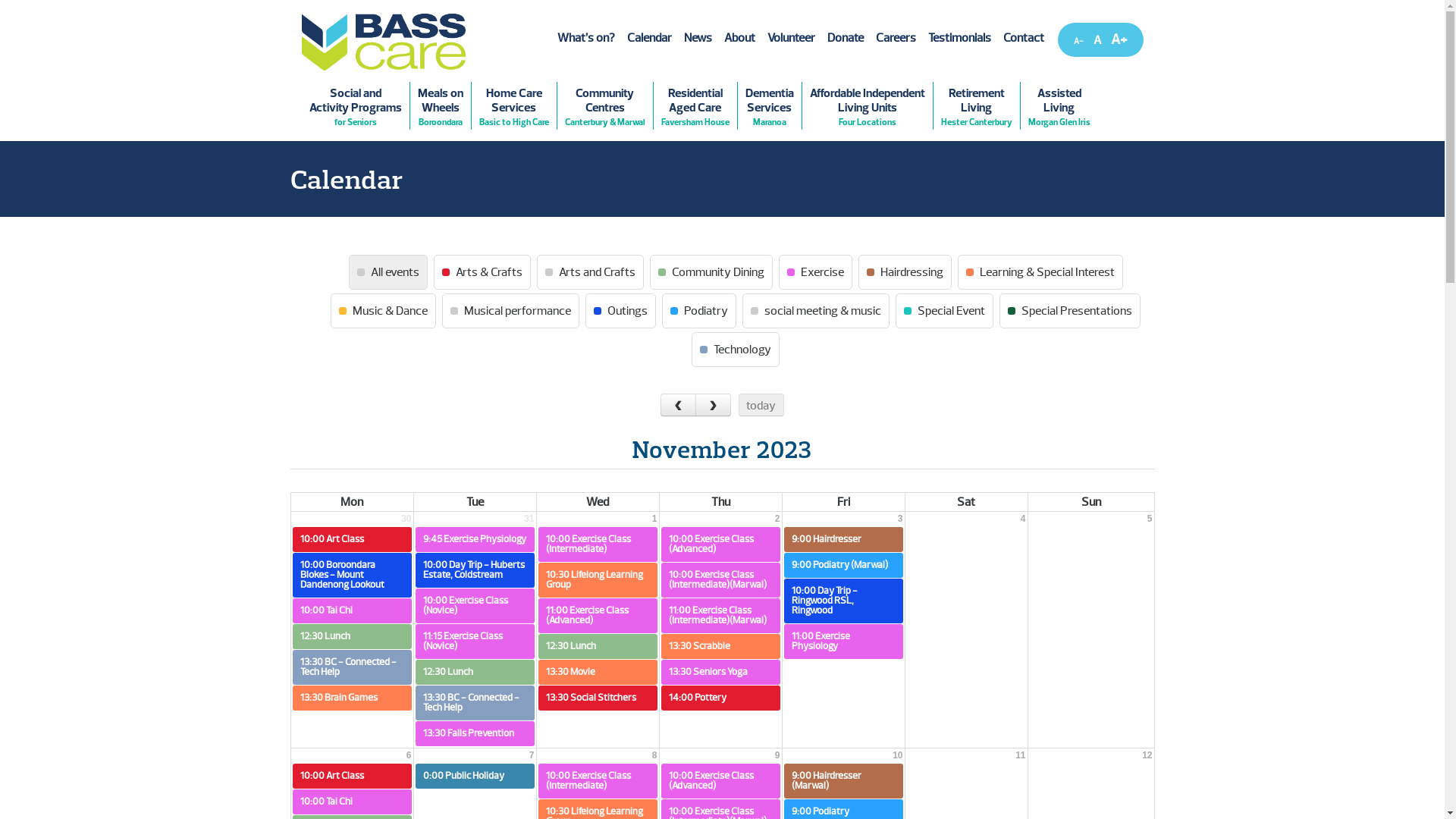  Describe the element at coordinates (790, 37) in the screenshot. I see `'Volunteer'` at that location.